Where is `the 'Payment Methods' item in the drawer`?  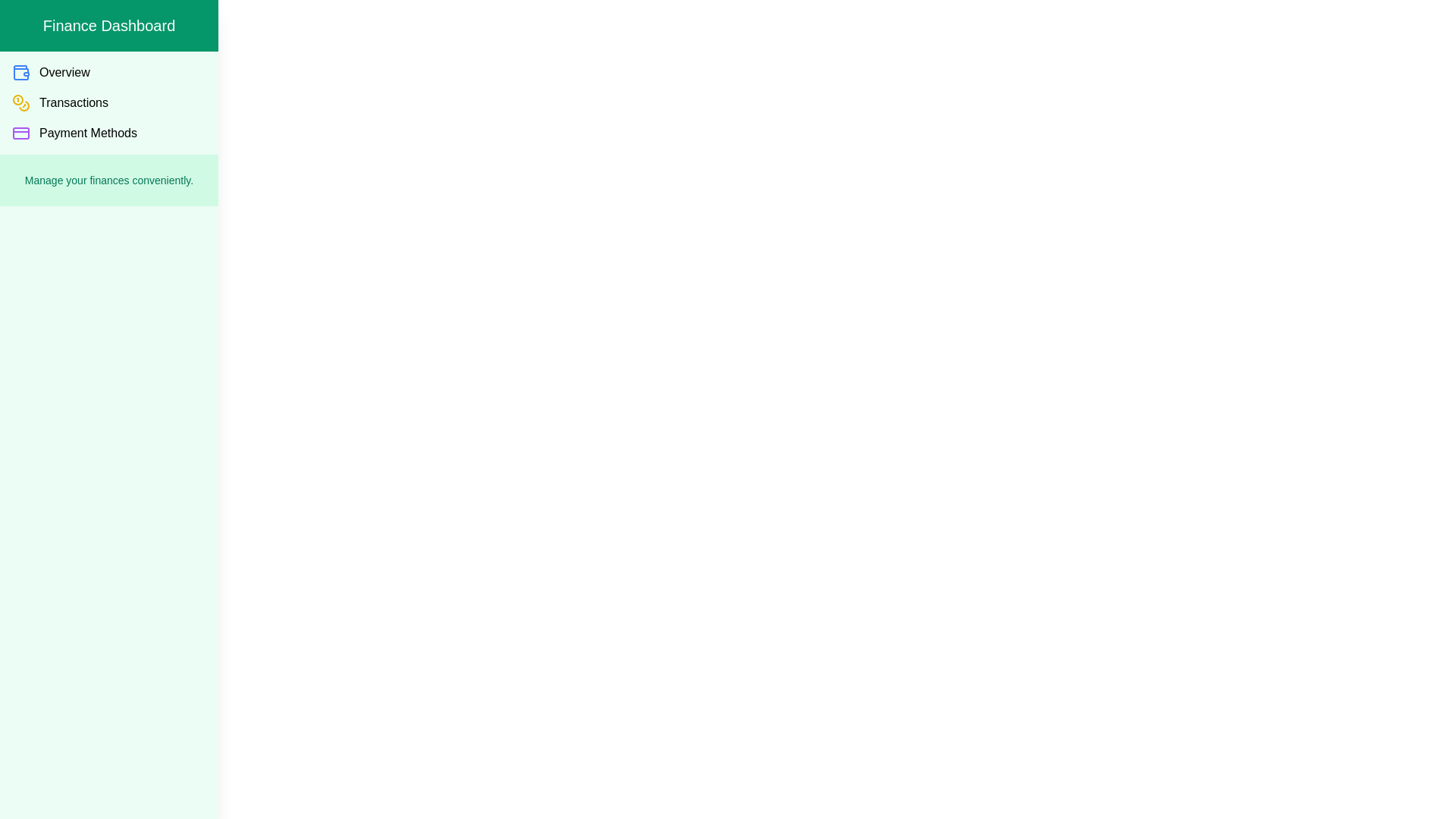
the 'Payment Methods' item in the drawer is located at coordinates (108, 133).